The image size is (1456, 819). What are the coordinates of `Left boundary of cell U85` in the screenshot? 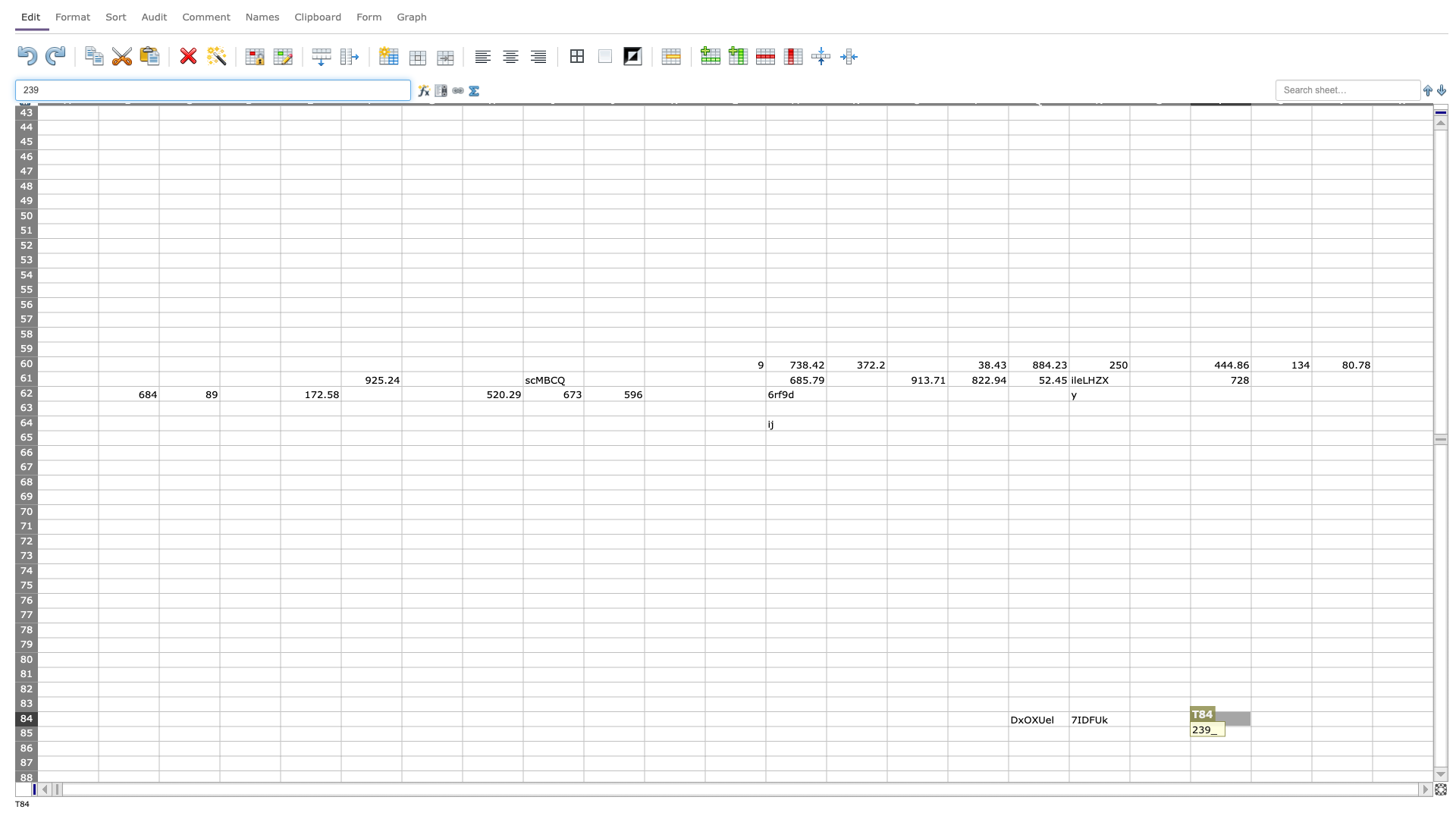 It's located at (1251, 733).